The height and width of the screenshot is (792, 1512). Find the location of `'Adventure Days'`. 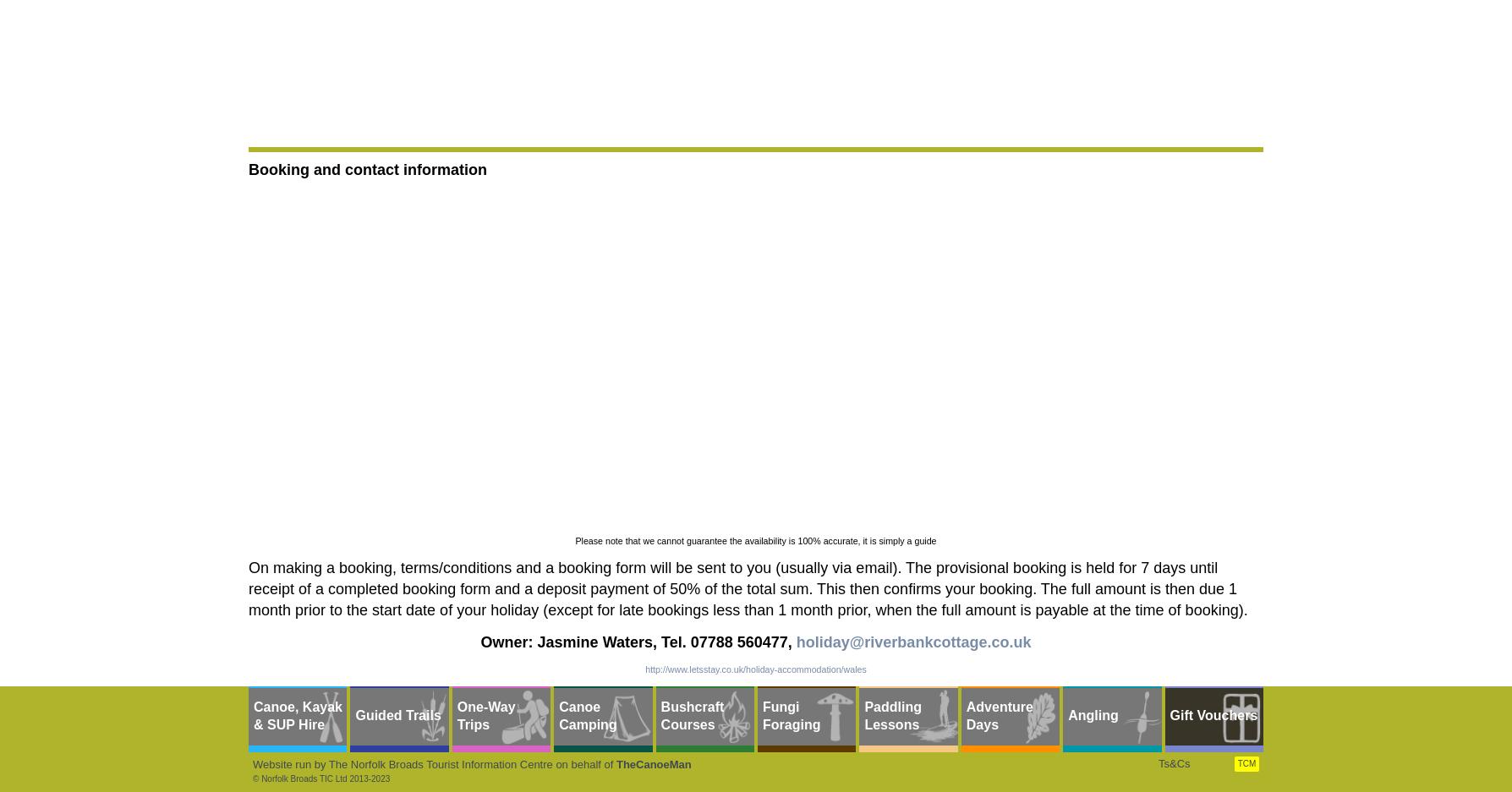

'Adventure Days' is located at coordinates (998, 715).